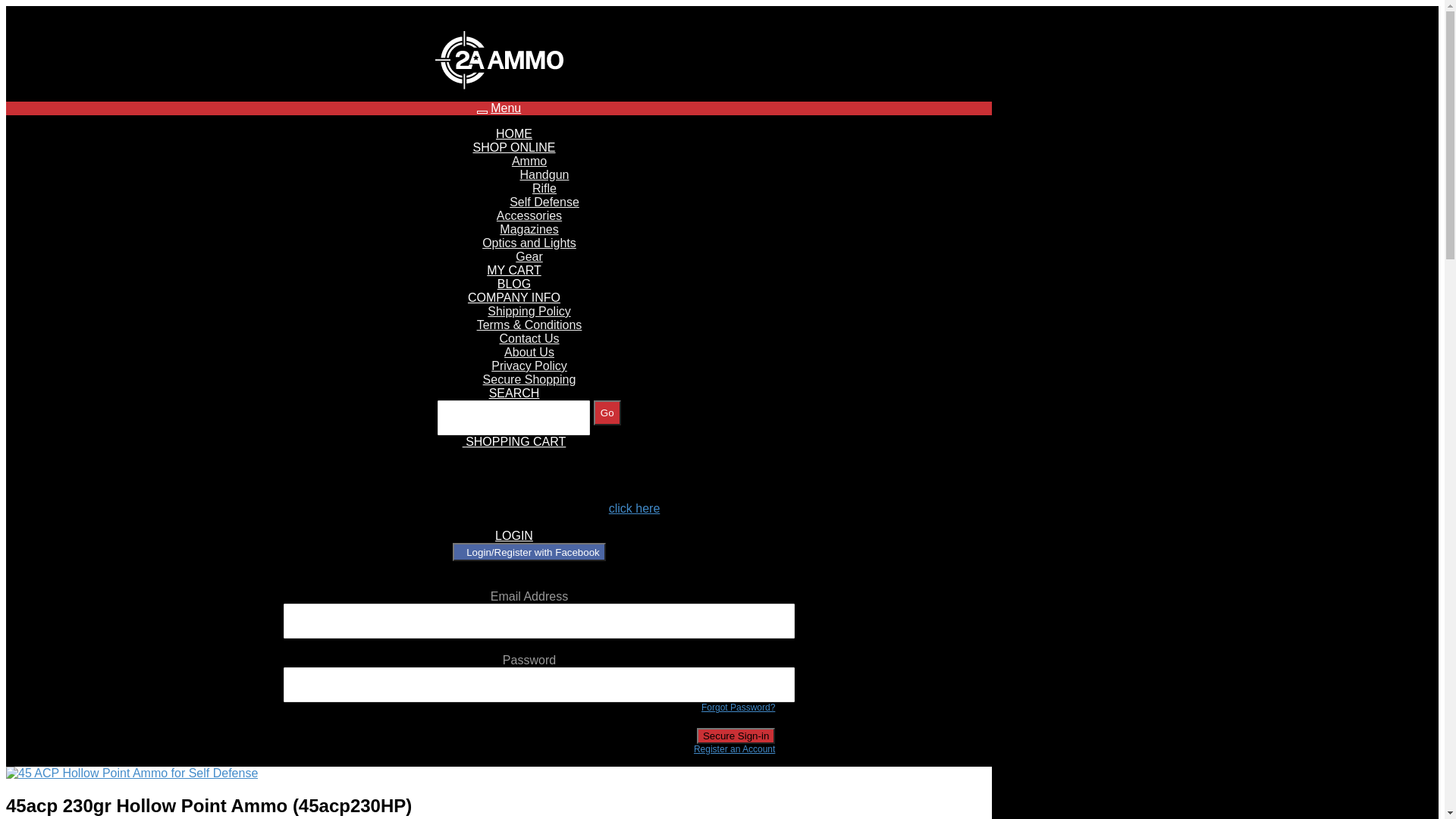 The height and width of the screenshot is (819, 1456). I want to click on 'Register an Account', so click(734, 748).